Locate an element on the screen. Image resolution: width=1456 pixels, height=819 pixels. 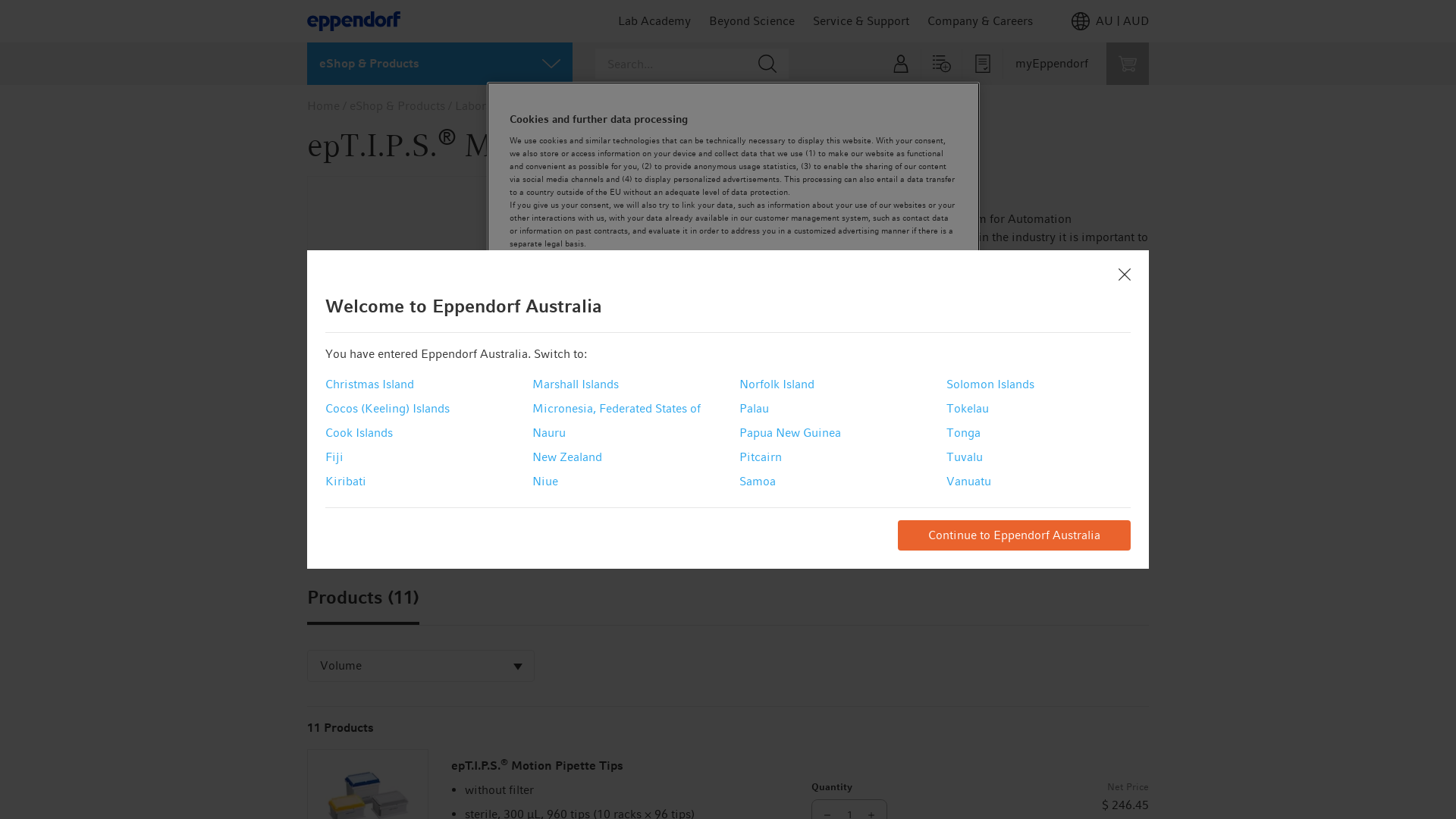
'Lab Academy' is located at coordinates (654, 20).